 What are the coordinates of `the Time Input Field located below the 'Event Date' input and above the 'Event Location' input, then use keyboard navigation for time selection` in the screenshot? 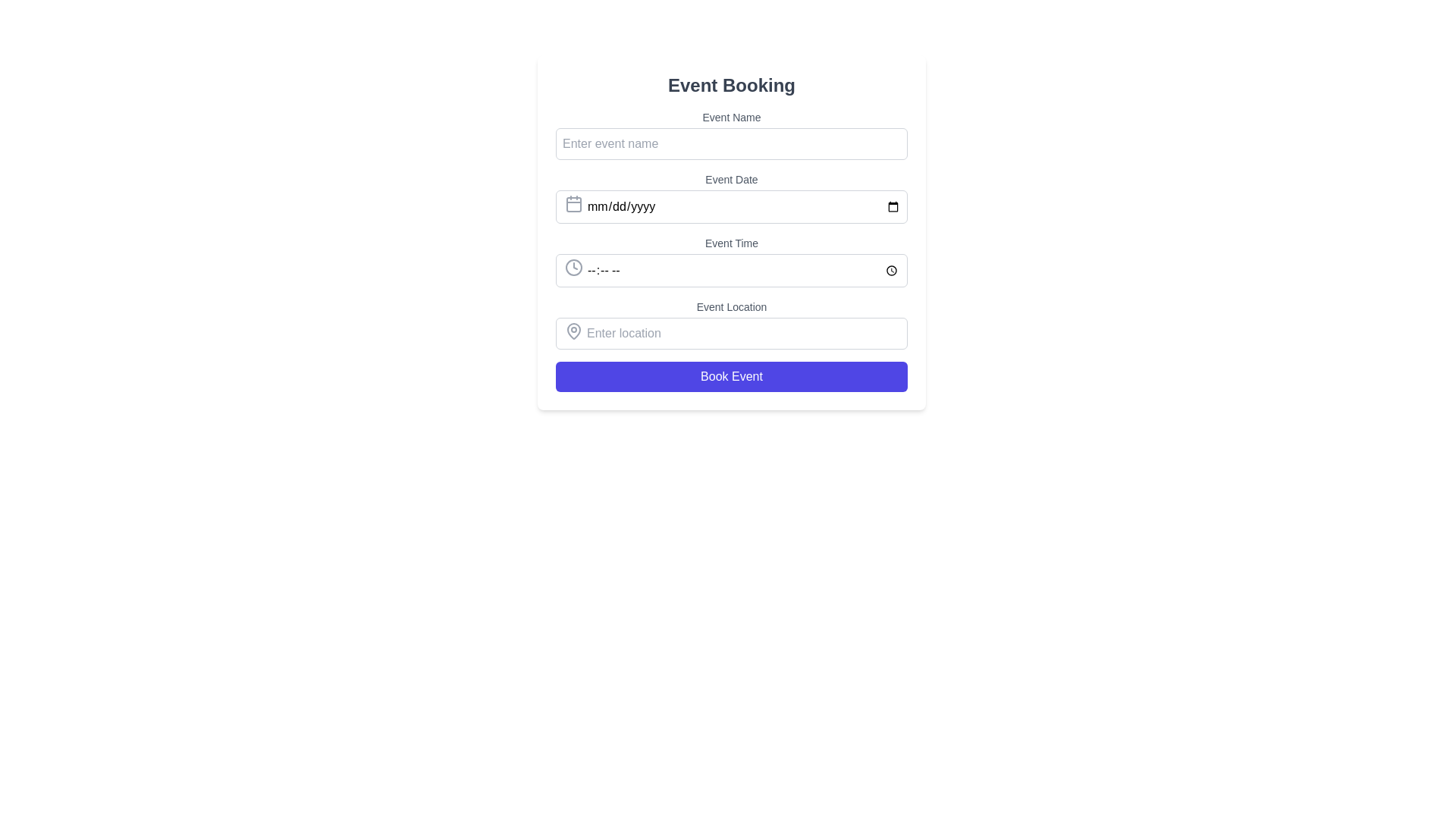 It's located at (731, 270).